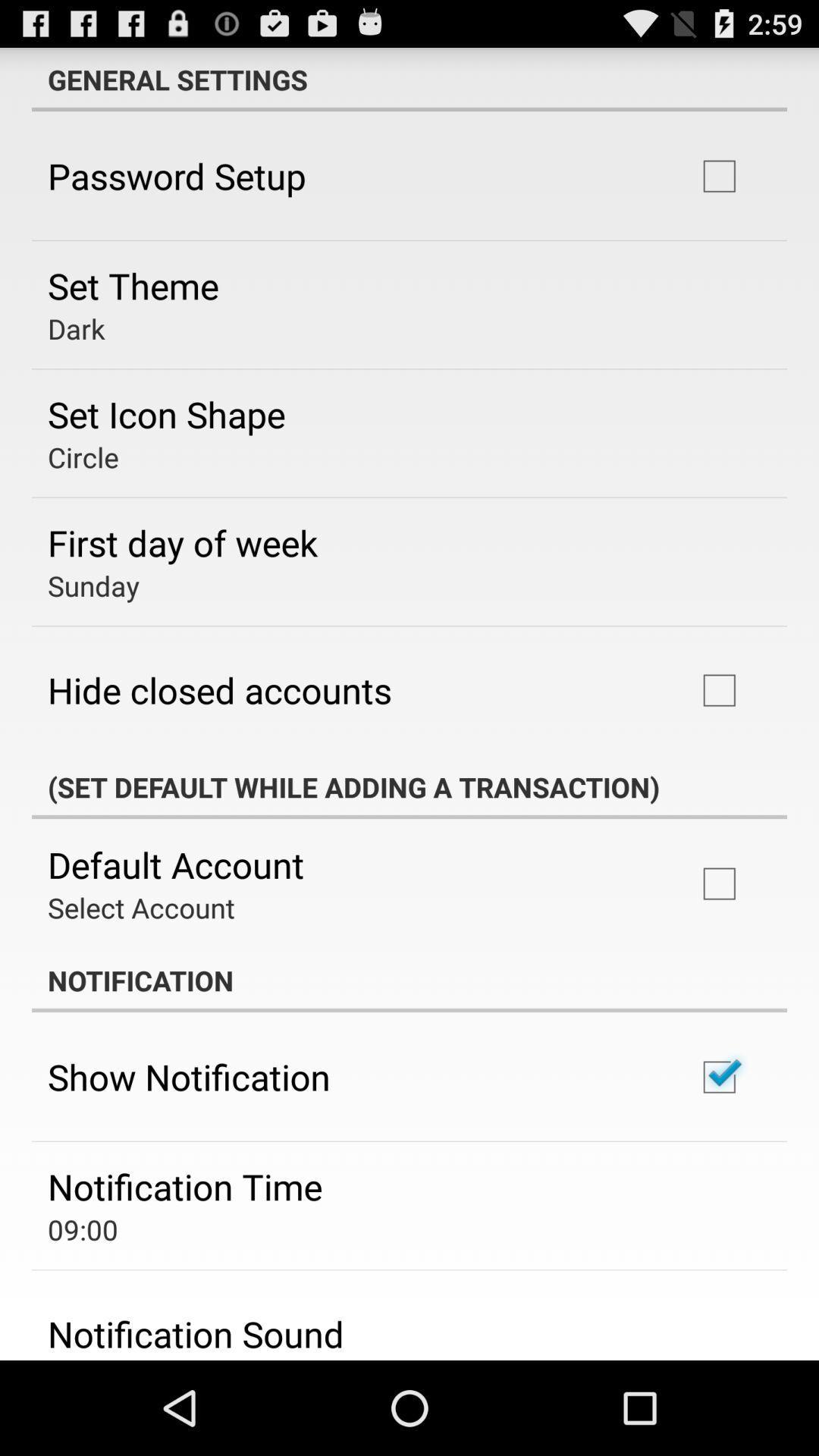 Image resolution: width=819 pixels, height=1456 pixels. What do you see at coordinates (182, 542) in the screenshot?
I see `first day of` at bounding box center [182, 542].